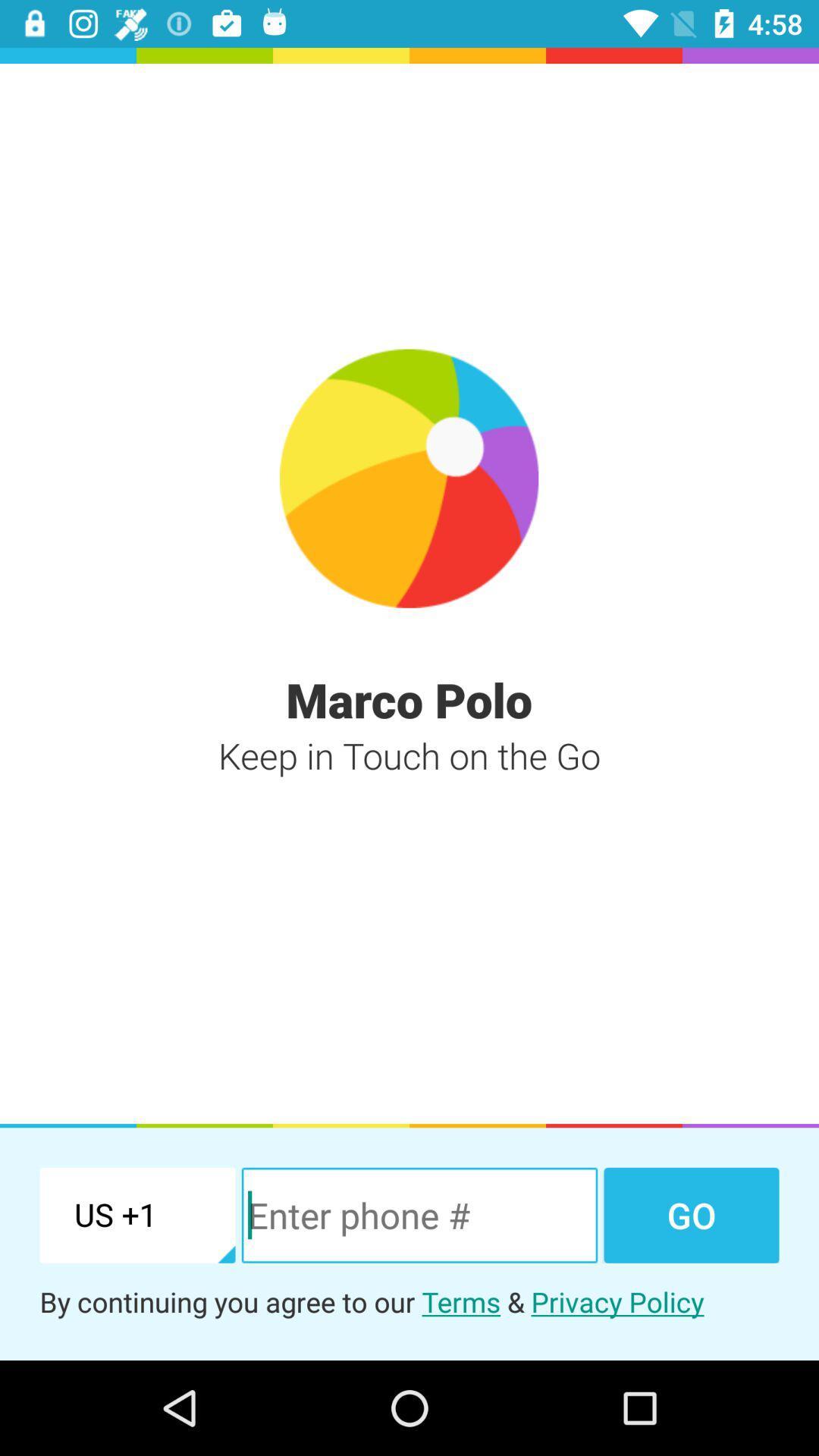  I want to click on the by continuing you icon, so click(409, 1301).